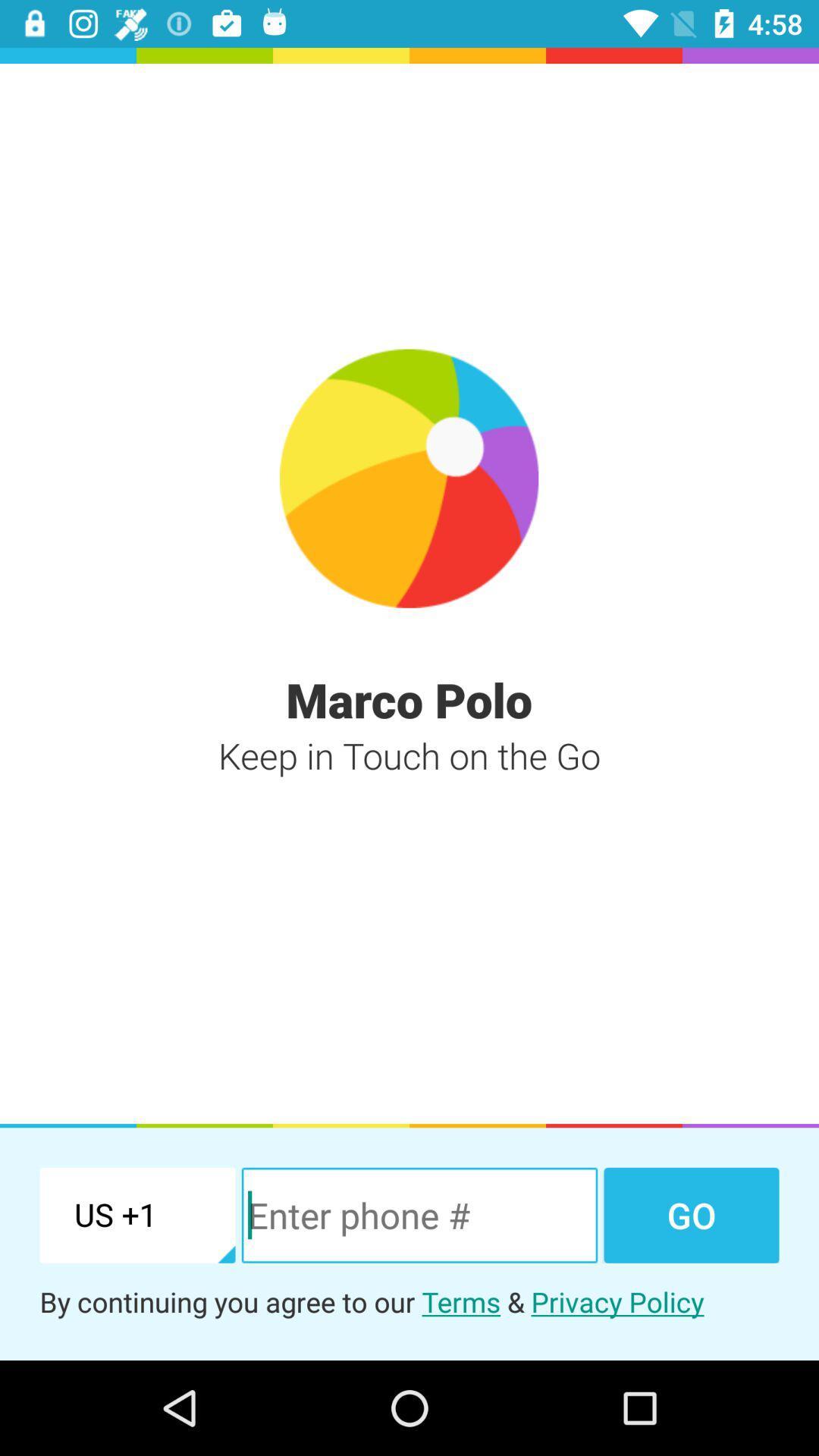  I want to click on the by continuing you icon, so click(409, 1301).